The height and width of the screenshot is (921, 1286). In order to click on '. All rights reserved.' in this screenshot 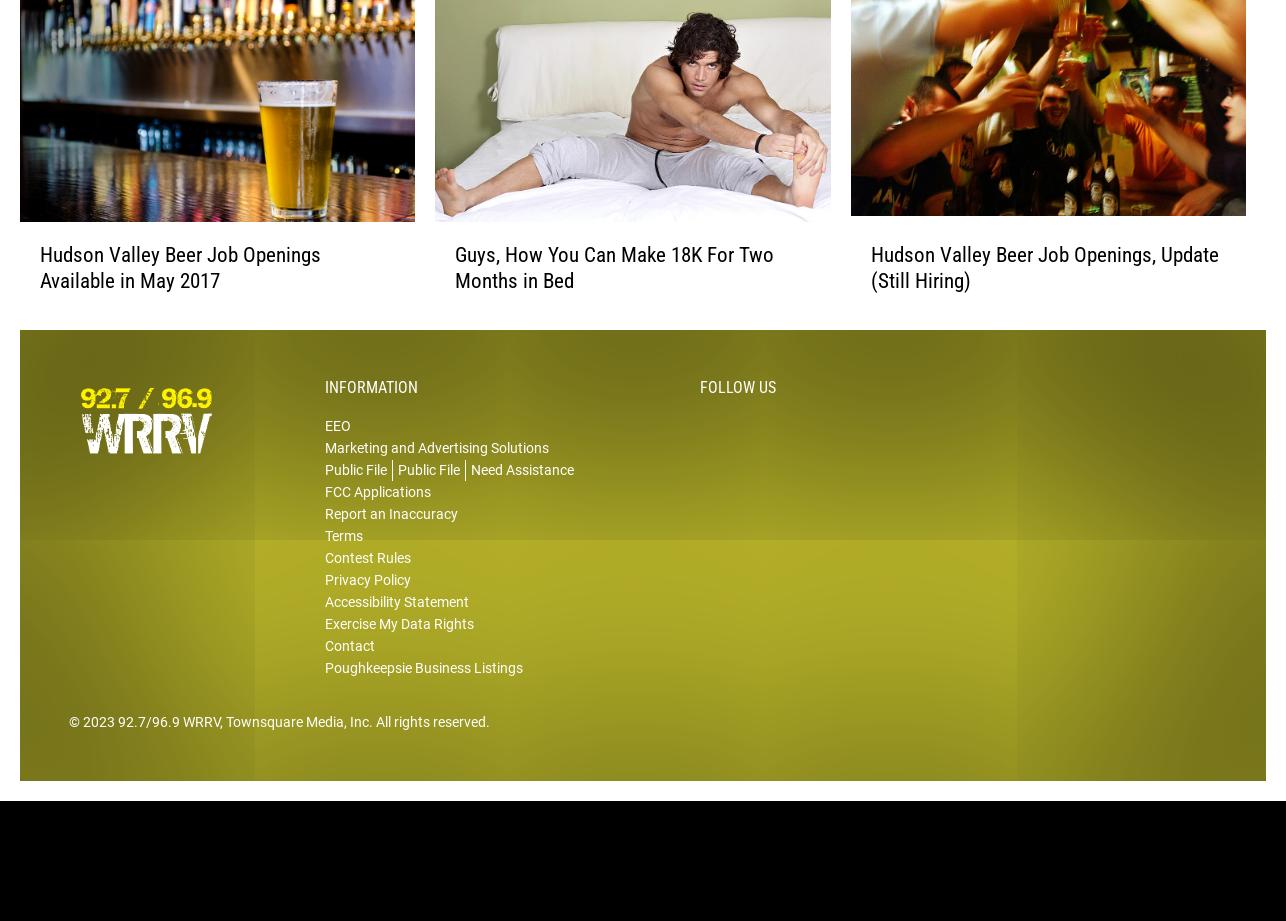, I will do `click(428, 753)`.